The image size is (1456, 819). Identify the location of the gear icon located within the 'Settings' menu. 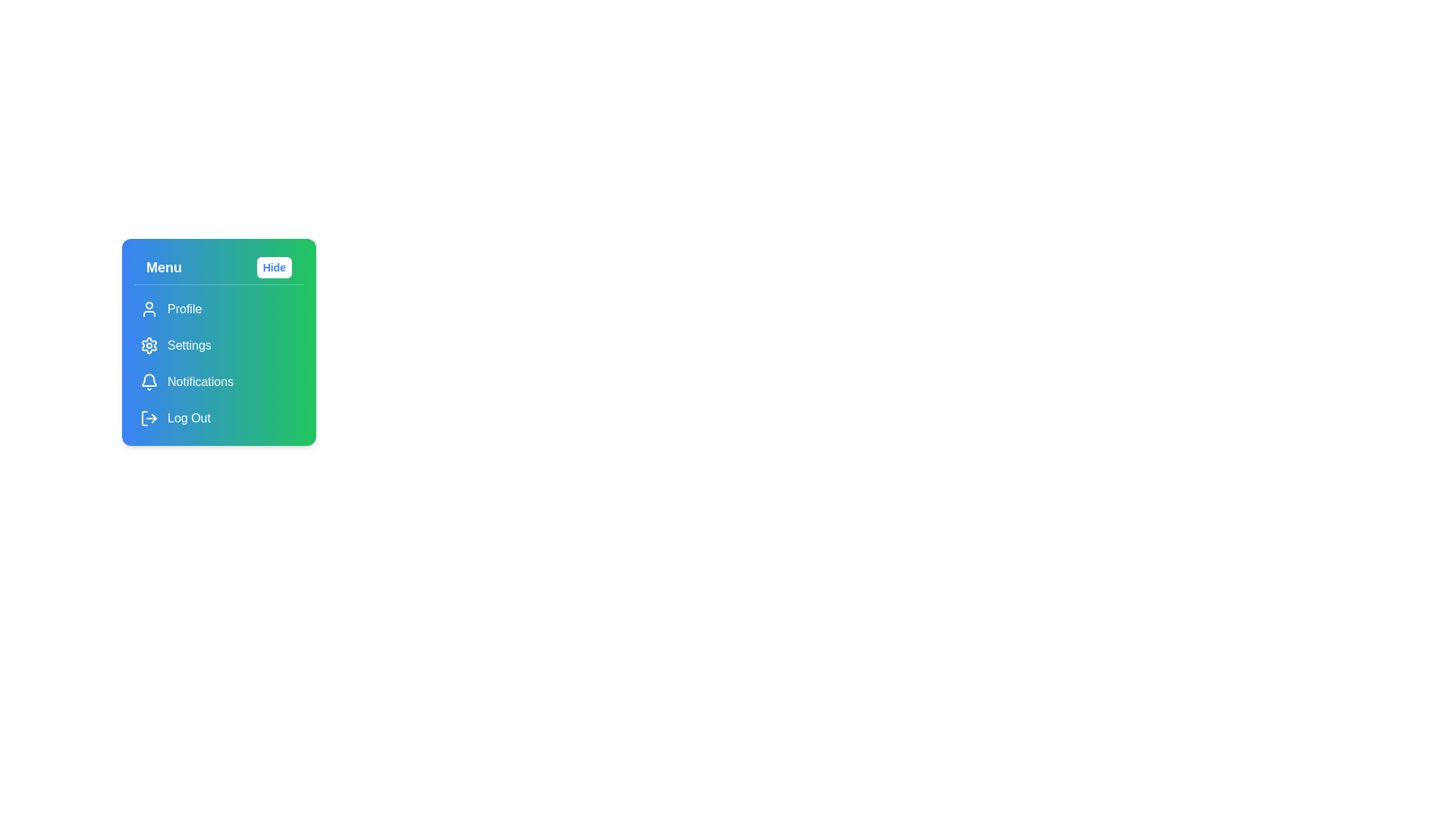
(149, 345).